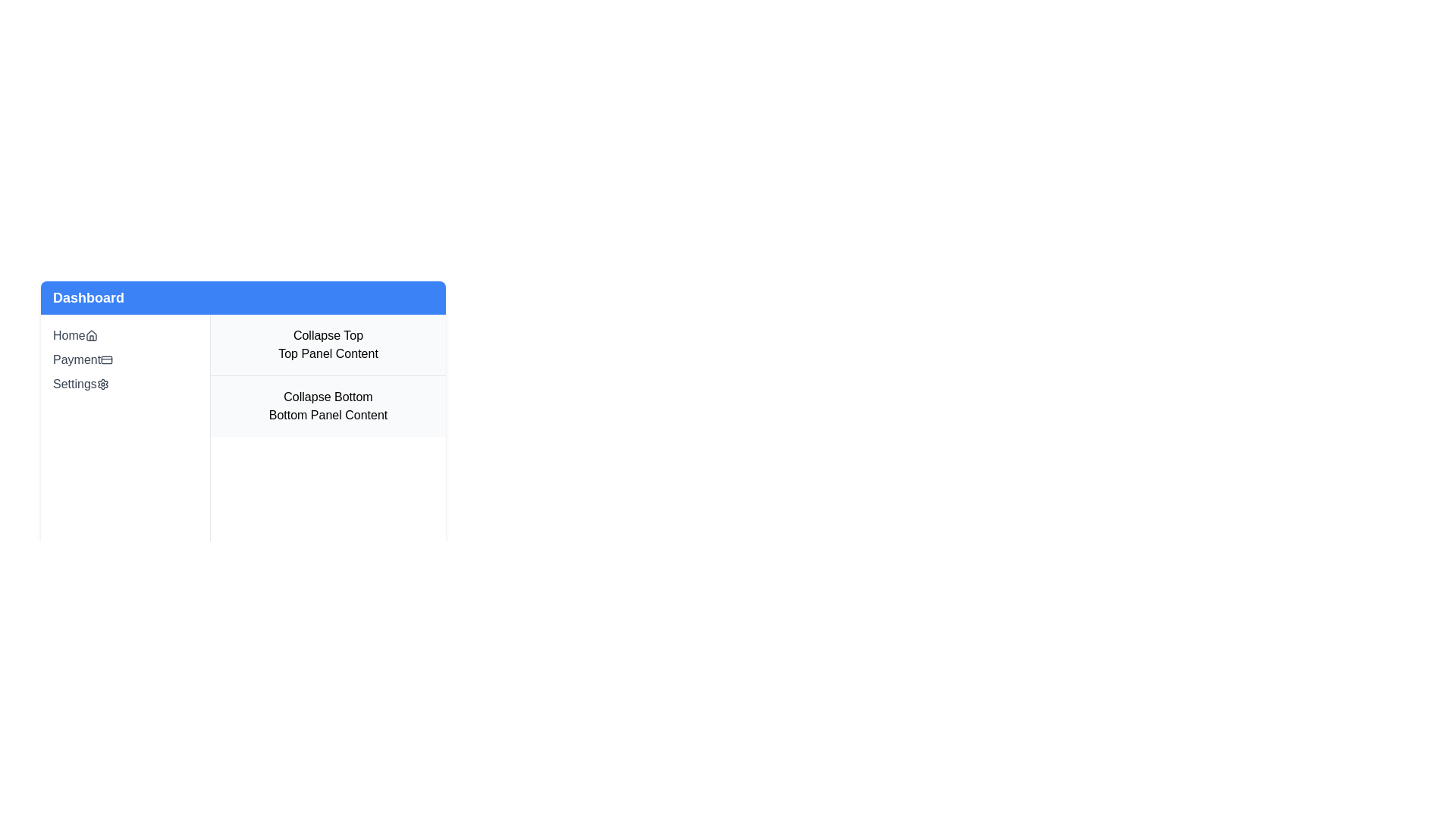  I want to click on the Collapsible Content Section located in the right half of the main interface, so click(327, 449).